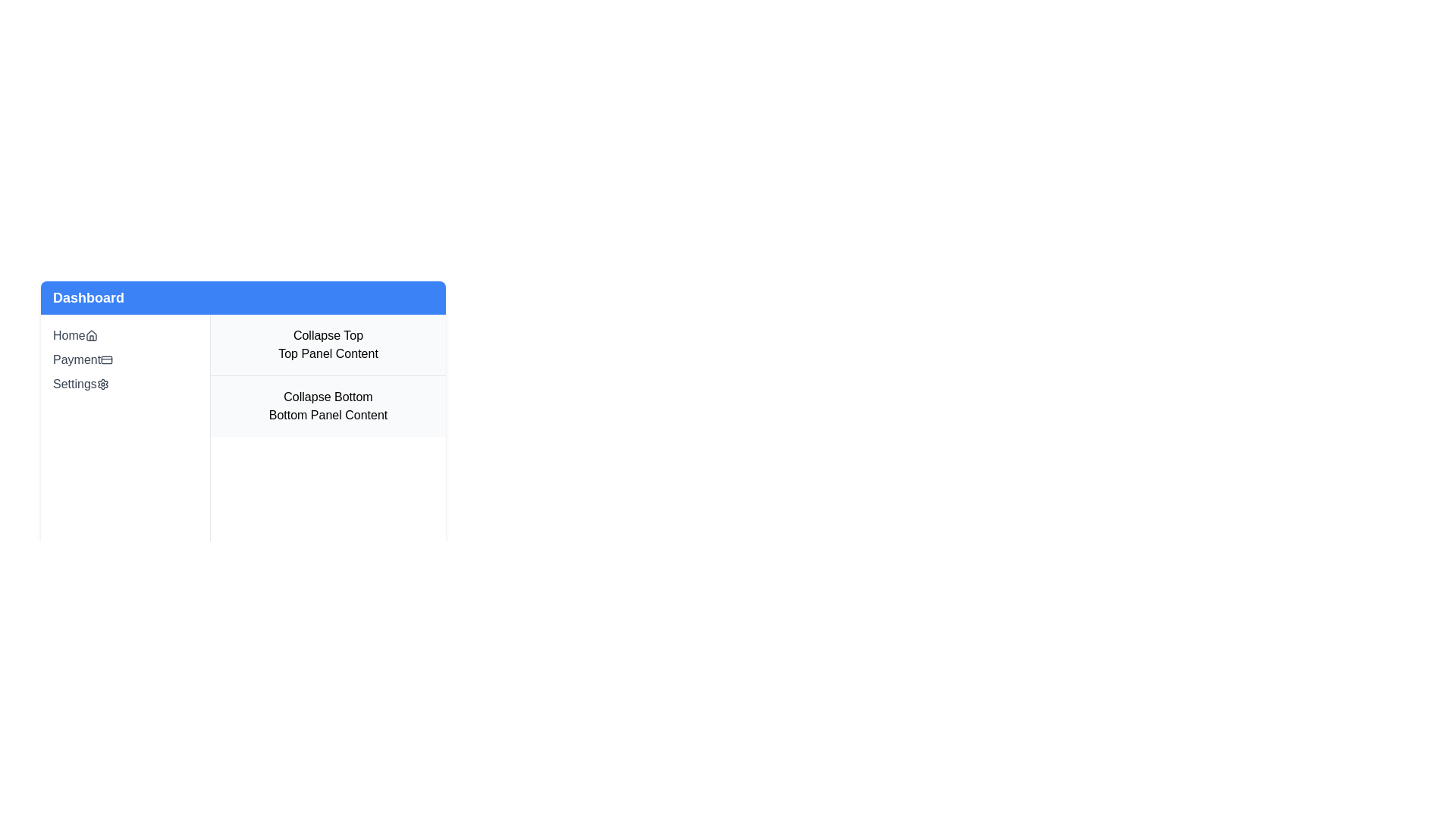  I want to click on the Collapsible Content Section located in the right half of the main interface, so click(327, 449).